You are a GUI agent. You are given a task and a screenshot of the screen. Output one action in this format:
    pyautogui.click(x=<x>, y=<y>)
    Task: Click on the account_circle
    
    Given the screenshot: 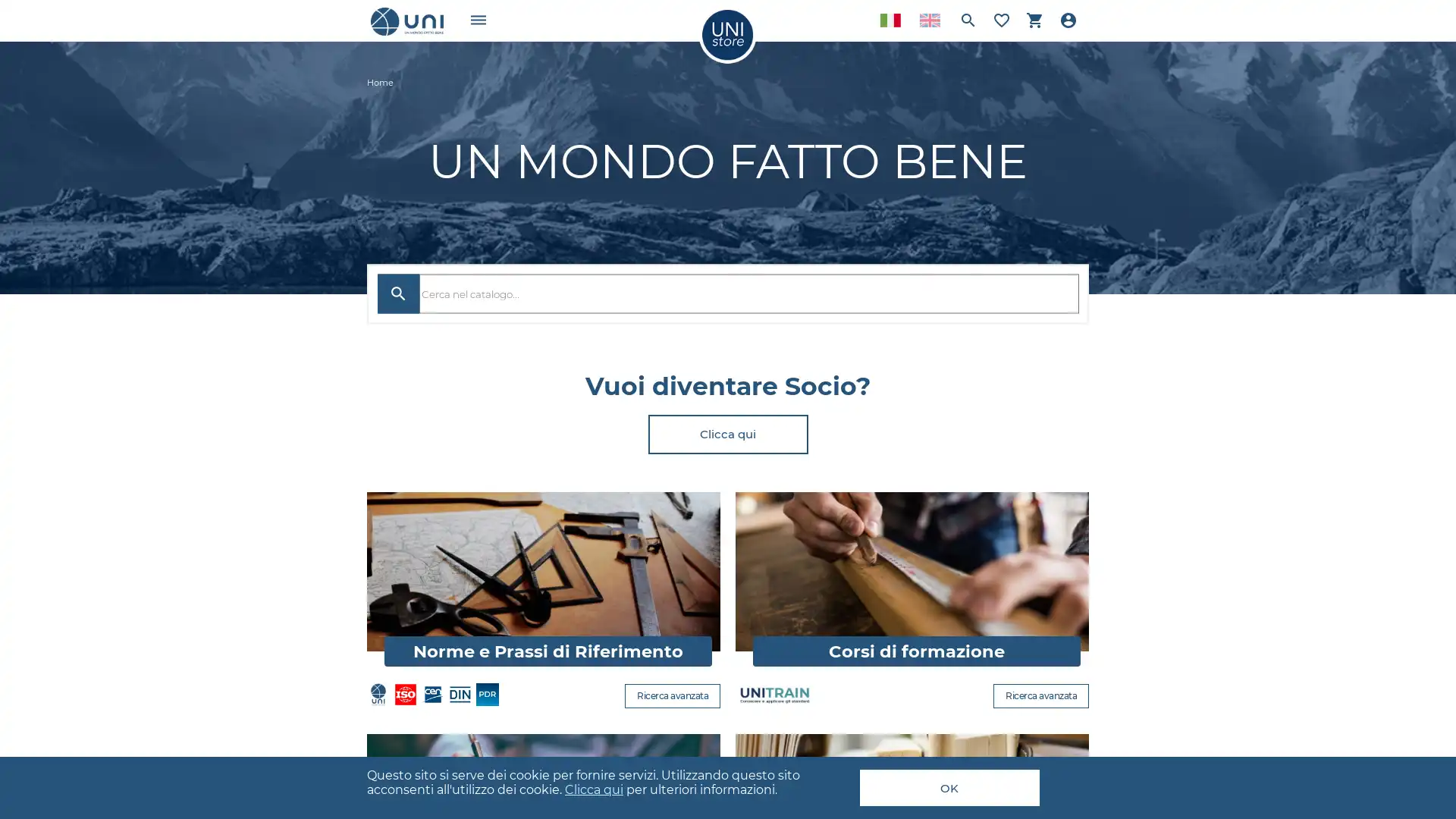 What is the action you would take?
    pyautogui.click(x=1068, y=20)
    